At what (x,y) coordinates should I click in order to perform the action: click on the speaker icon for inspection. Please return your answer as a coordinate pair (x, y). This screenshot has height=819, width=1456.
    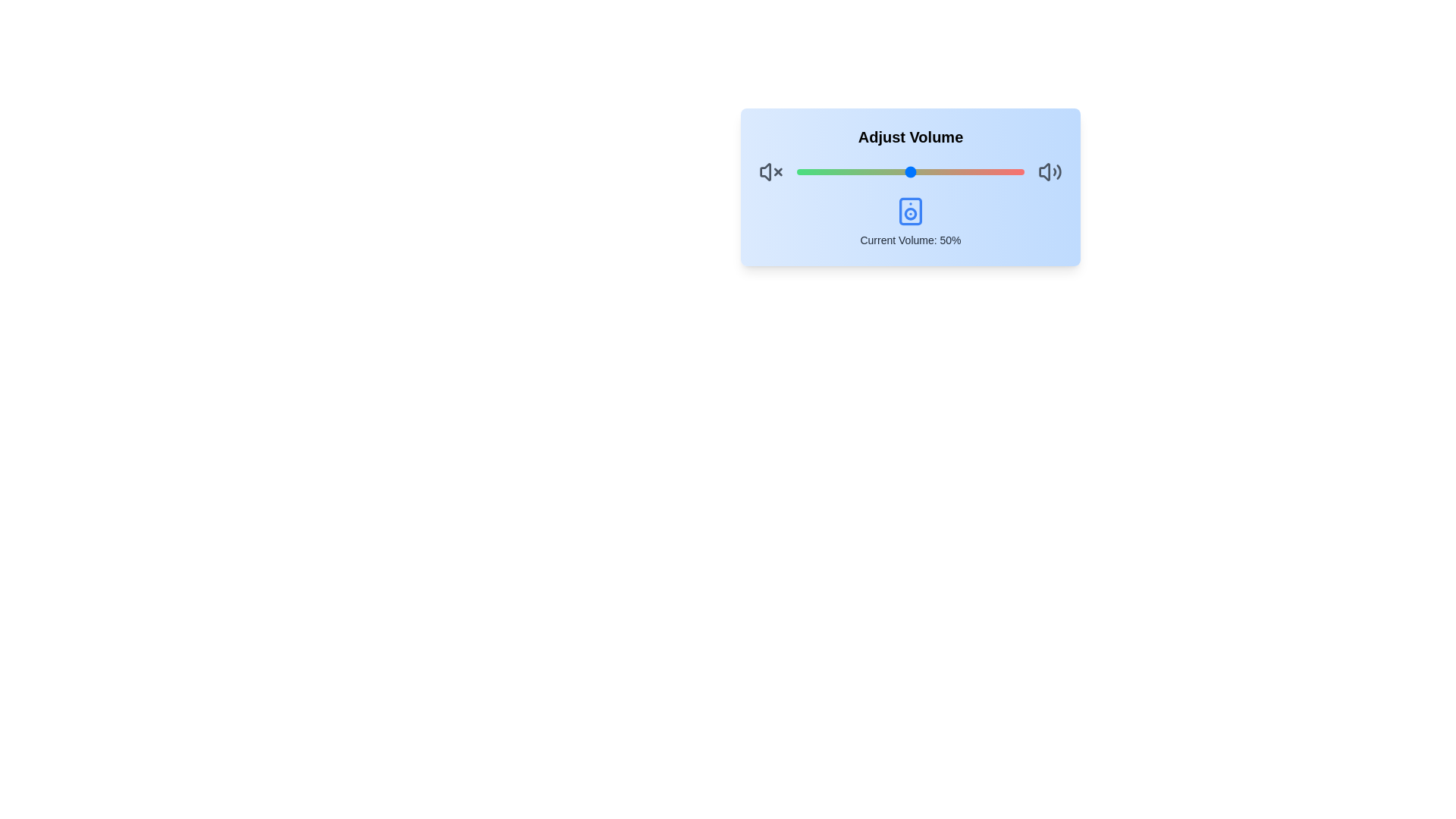
    Looking at the image, I should click on (910, 211).